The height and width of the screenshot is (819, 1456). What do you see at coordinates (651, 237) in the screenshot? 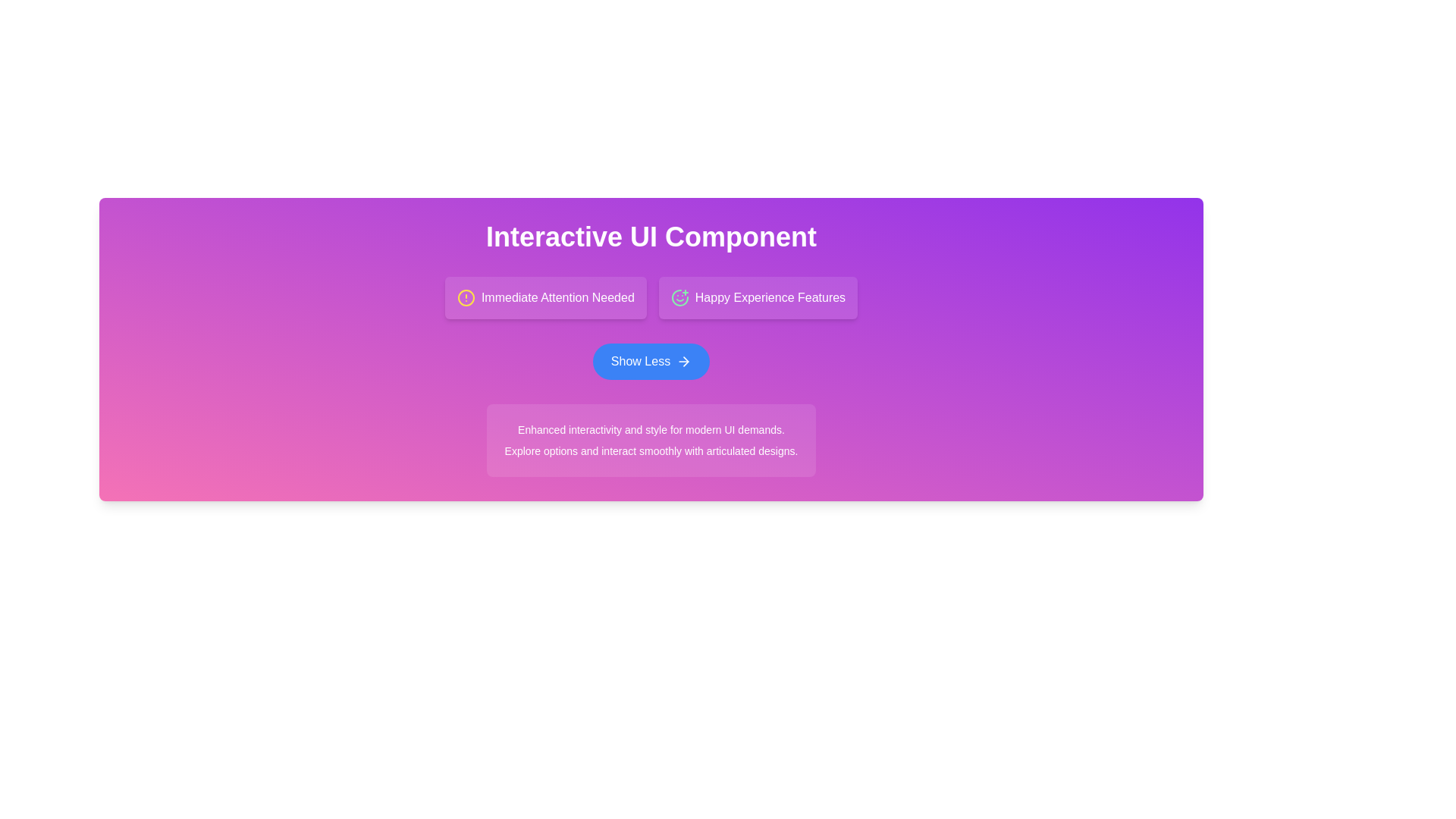
I see `the Title text that displays 'Interactive UI Component', which serves as the heading of the section` at bounding box center [651, 237].